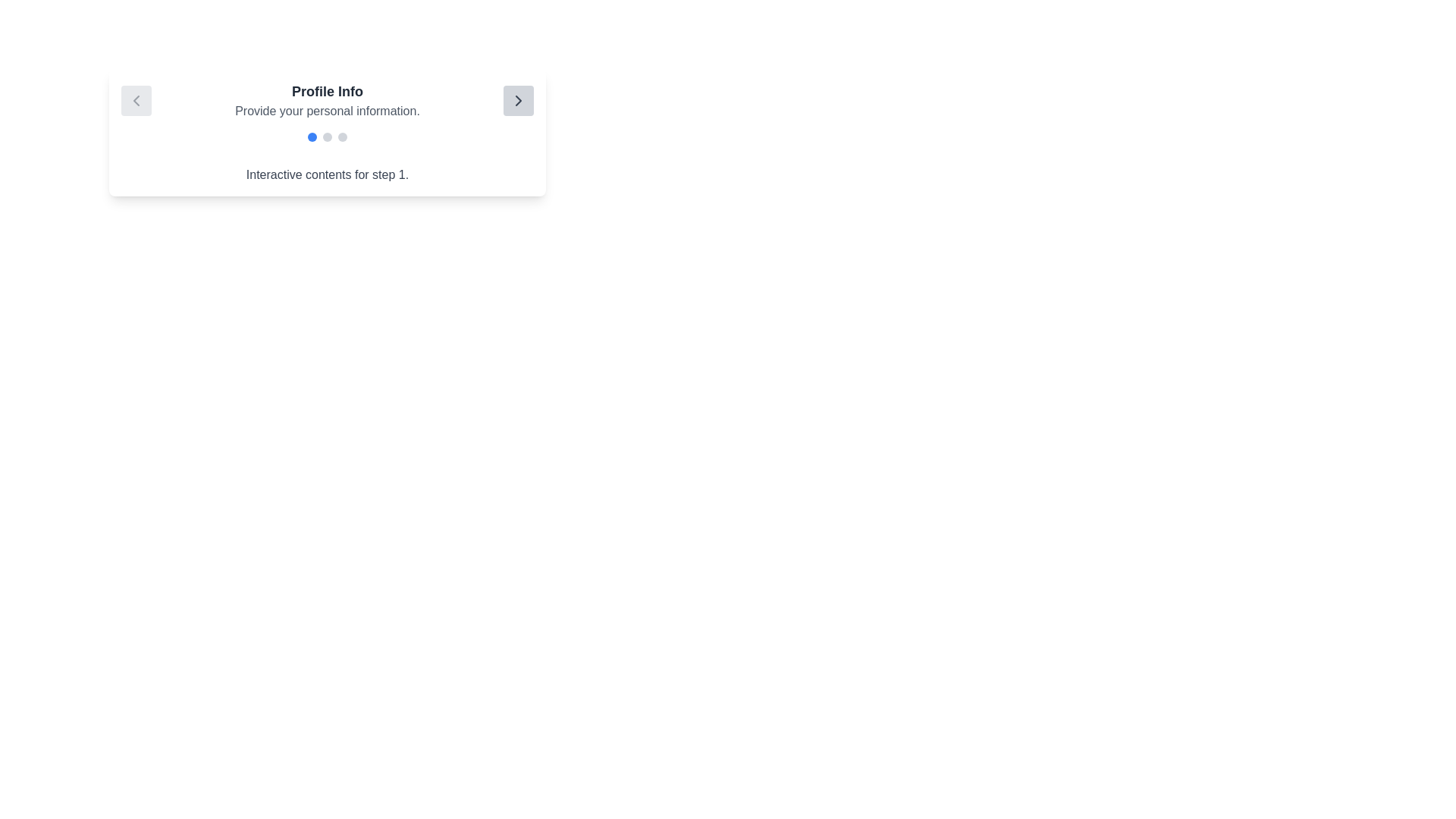 Image resolution: width=1456 pixels, height=819 pixels. What do you see at coordinates (136, 100) in the screenshot?
I see `the navigation button located at the top-left corner of the panel` at bounding box center [136, 100].